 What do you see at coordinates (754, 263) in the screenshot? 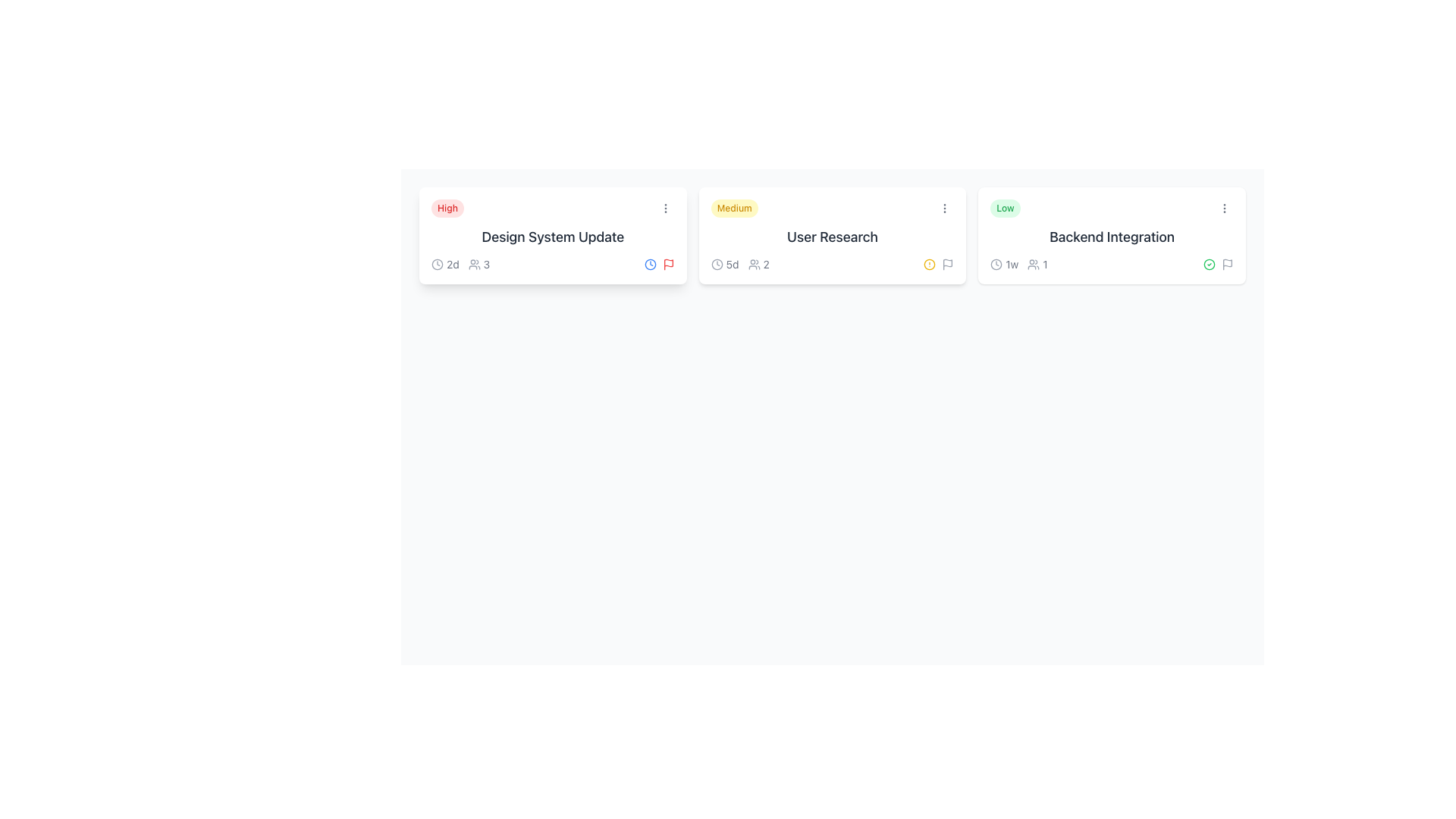
I see `the user icon representing two stylized human figures located in the User Research section, below the time indicator (5d) and adjacent to the numeric text '2'` at bounding box center [754, 263].